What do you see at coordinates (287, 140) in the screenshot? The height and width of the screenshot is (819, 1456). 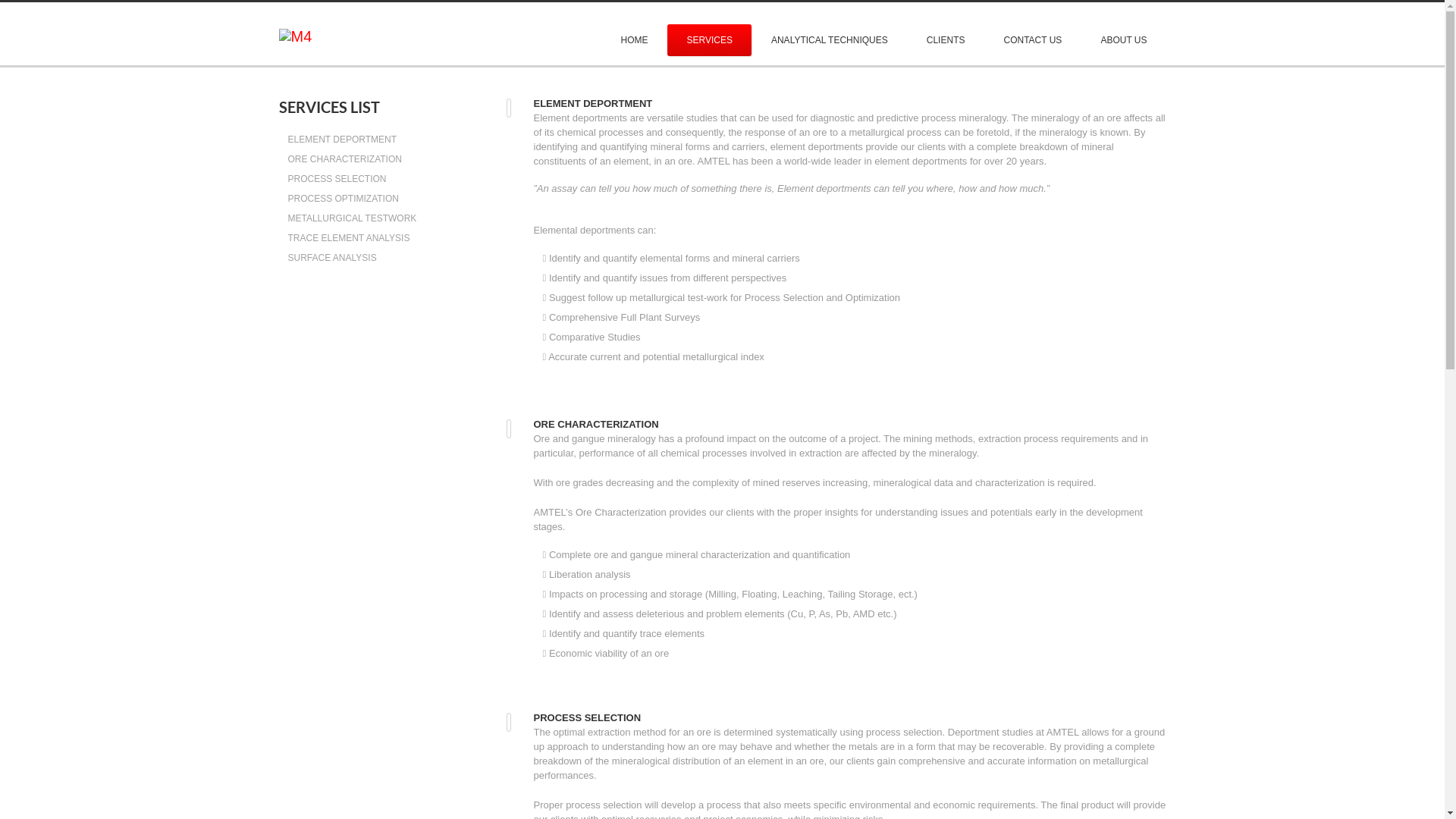 I see `'ELEMENT DEPORTMENT'` at bounding box center [287, 140].